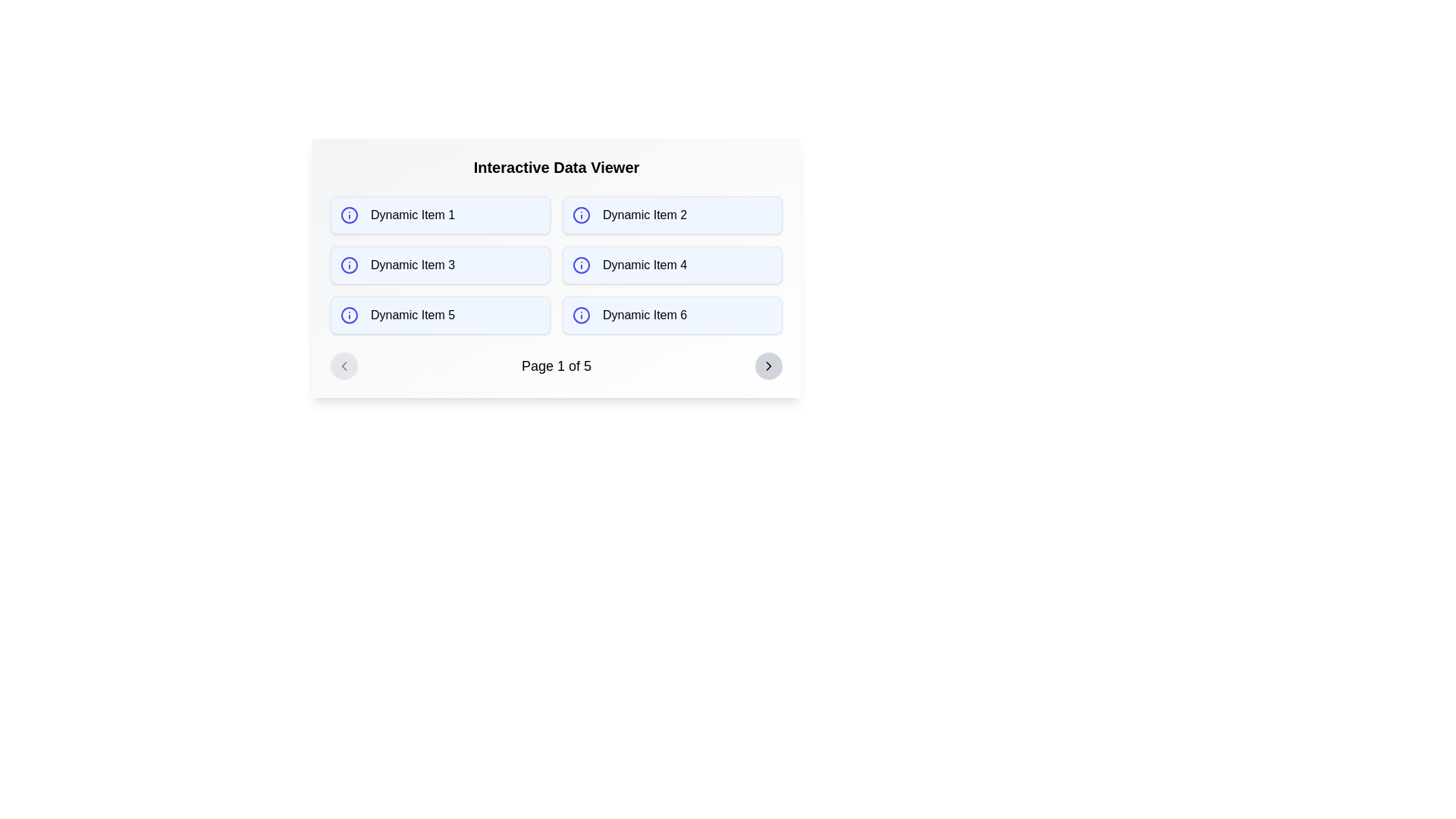 Image resolution: width=1456 pixels, height=819 pixels. Describe the element at coordinates (581, 315) in the screenshot. I see `the Circular SVG graphic element` at that location.